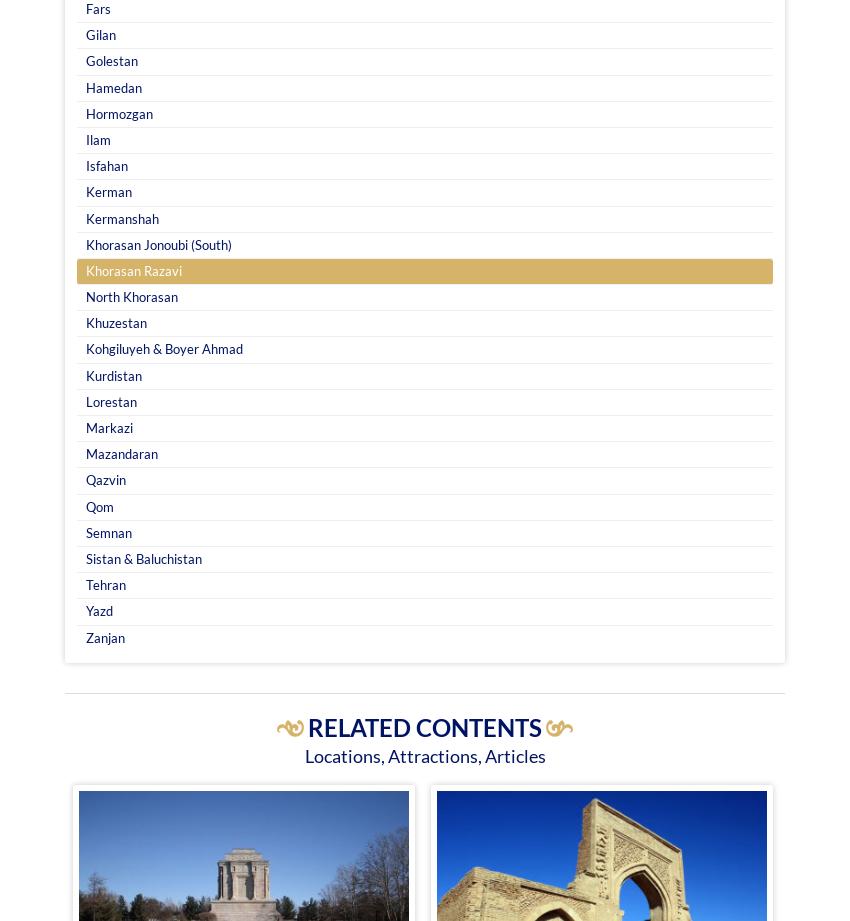  What do you see at coordinates (104, 636) in the screenshot?
I see `'Zanjan'` at bounding box center [104, 636].